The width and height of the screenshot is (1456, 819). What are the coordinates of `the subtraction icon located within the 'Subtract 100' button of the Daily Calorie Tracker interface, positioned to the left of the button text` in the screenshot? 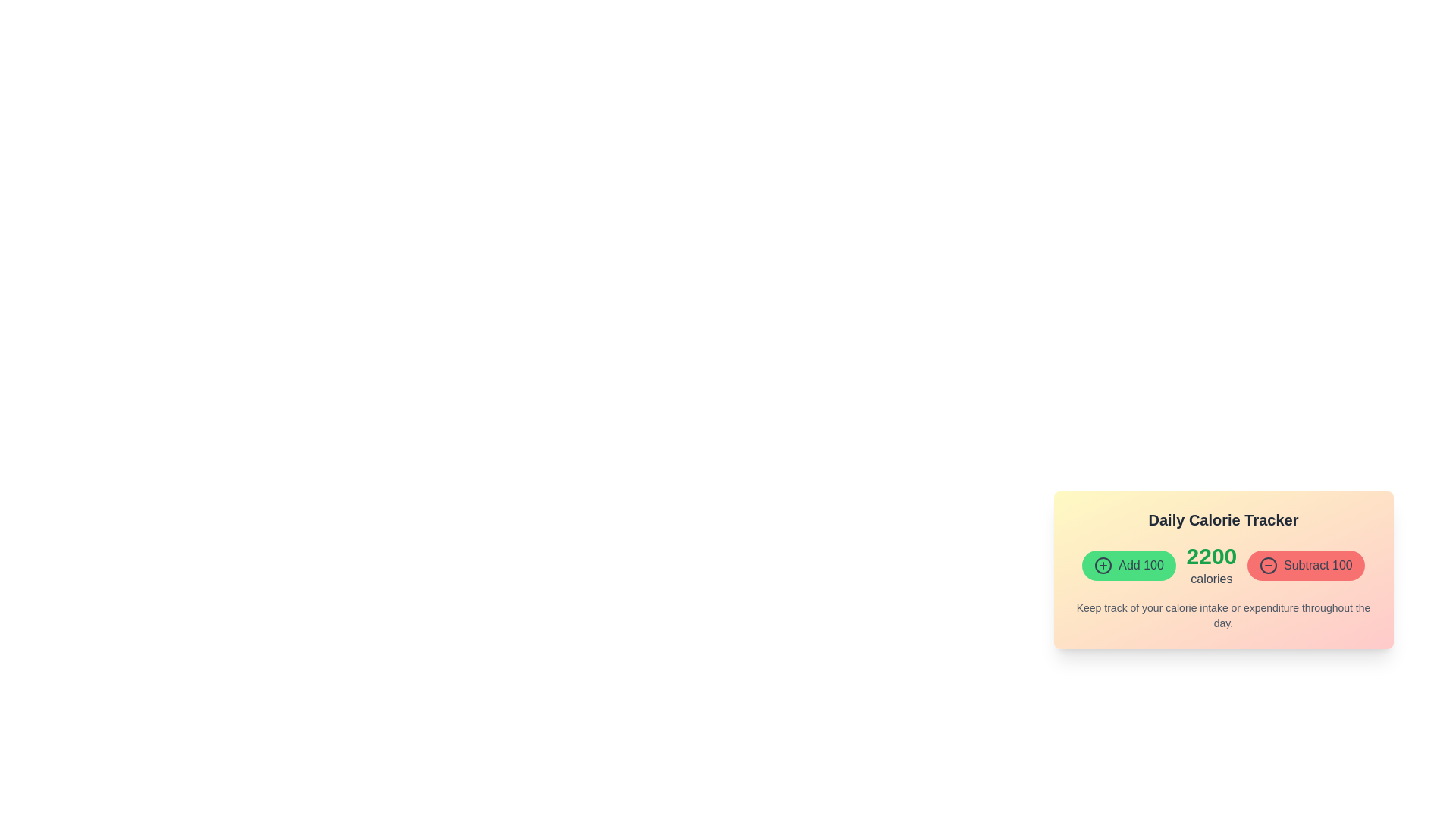 It's located at (1269, 565).